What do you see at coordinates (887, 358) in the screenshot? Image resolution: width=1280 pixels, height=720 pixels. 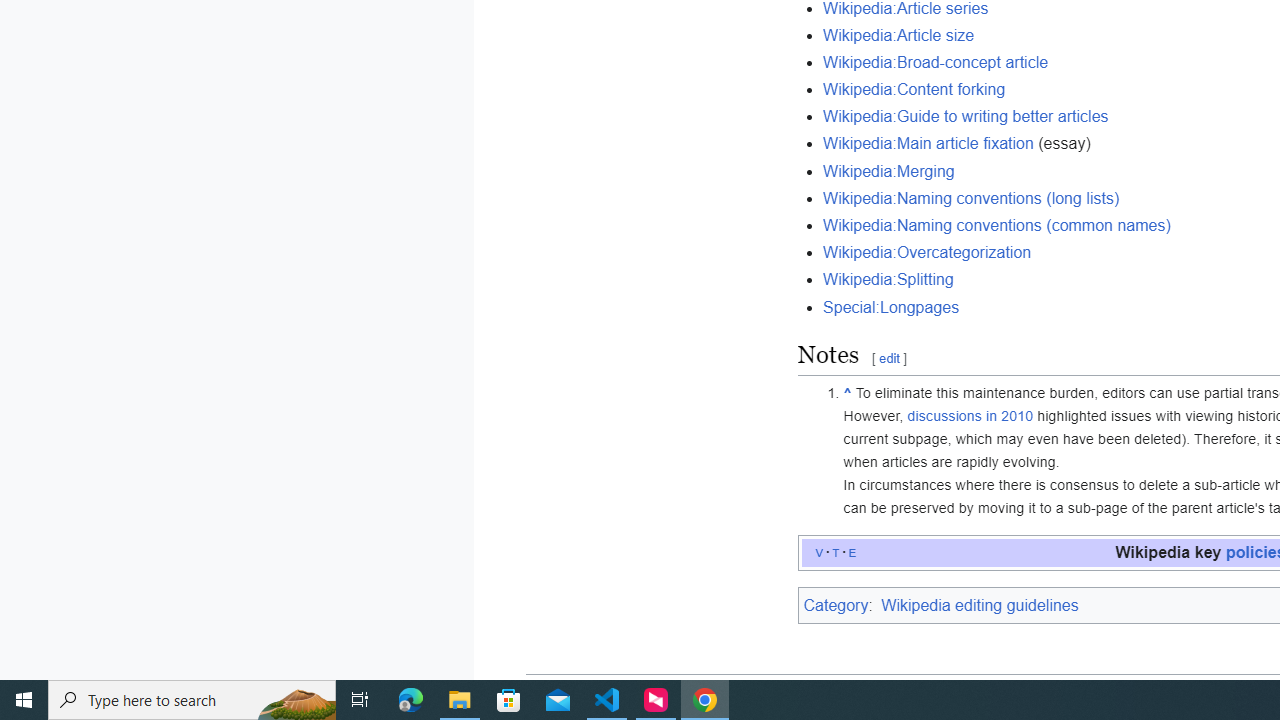 I see `'edit'` at bounding box center [887, 358].